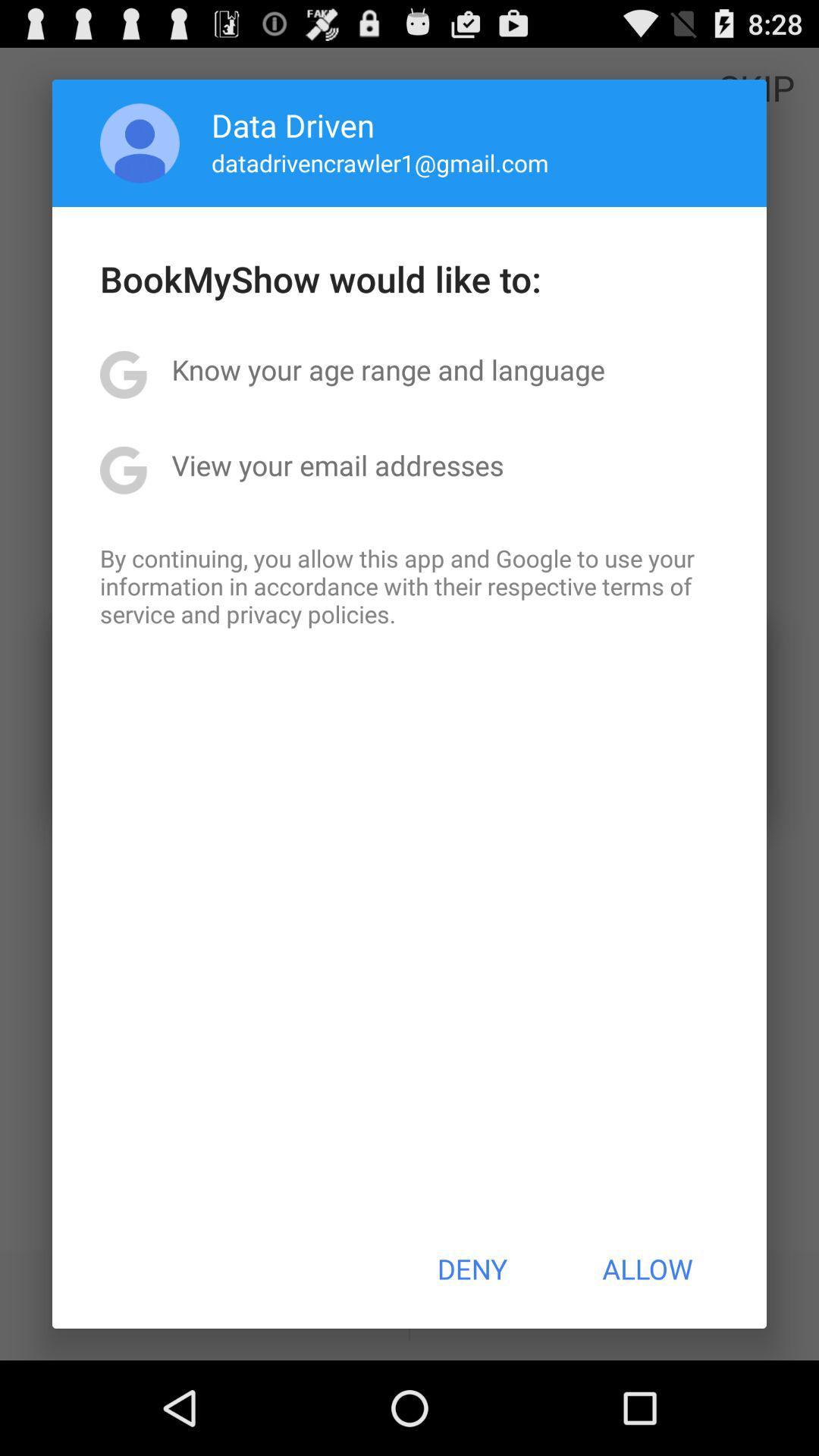  Describe the element at coordinates (140, 143) in the screenshot. I see `icon above the bookmyshow would like item` at that location.